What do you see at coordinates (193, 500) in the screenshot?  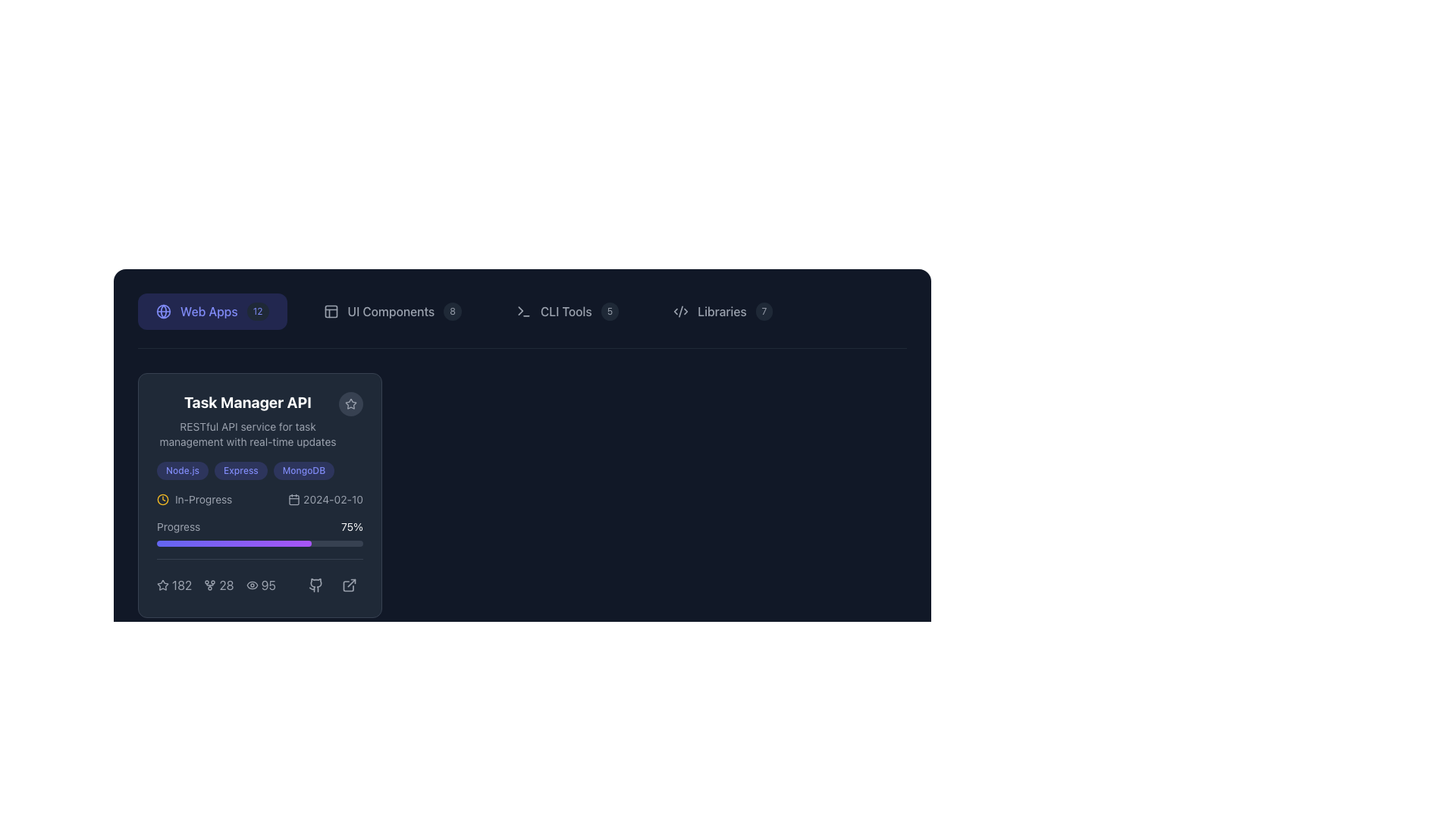 I see `text 'in-progress' from the labeled icon and text pair located in the top-left section of the 'Task Manager API' card` at bounding box center [193, 500].